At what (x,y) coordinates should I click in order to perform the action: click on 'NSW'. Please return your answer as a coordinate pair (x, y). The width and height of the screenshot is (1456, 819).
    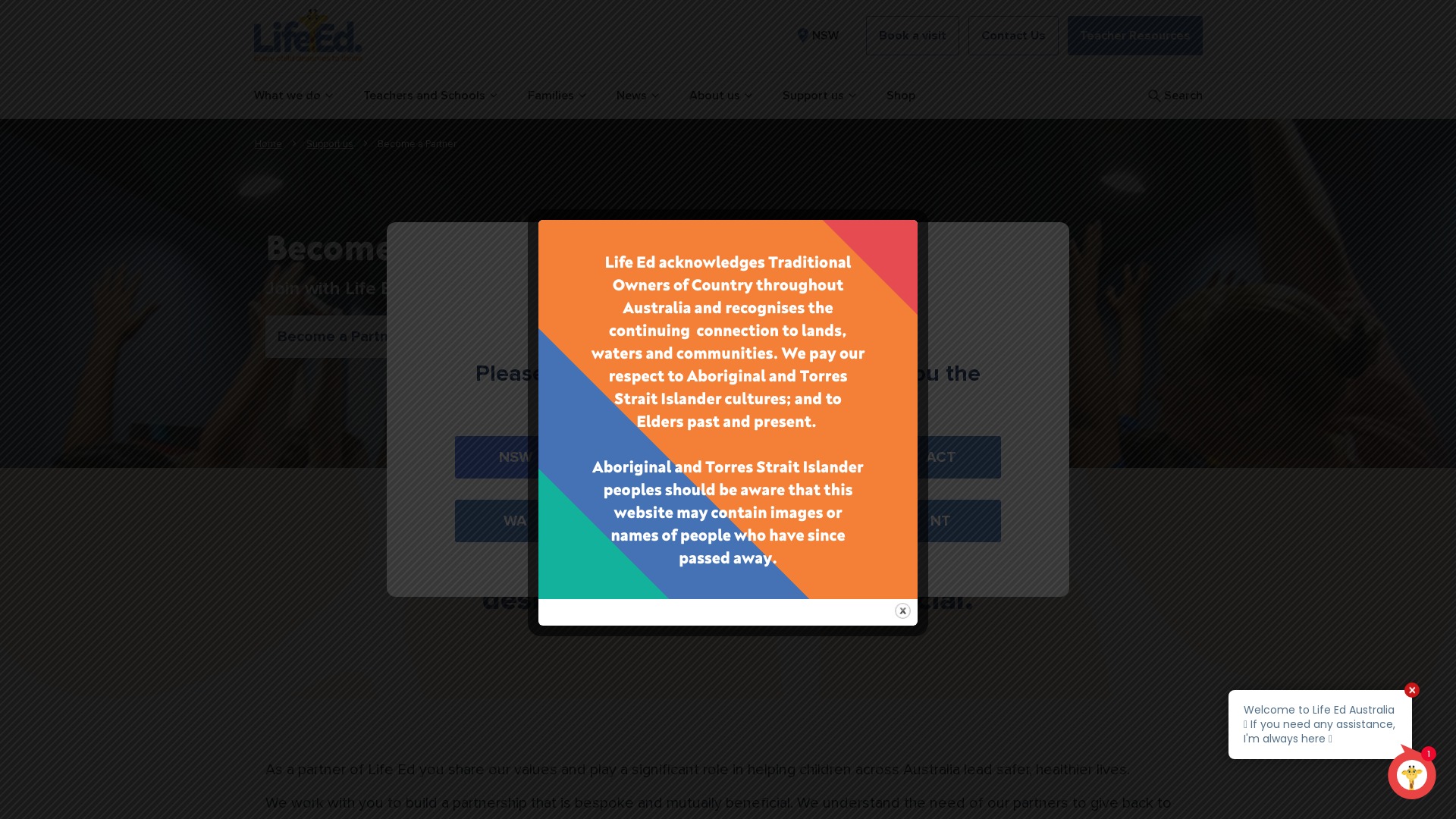
    Looking at the image, I should click on (515, 456).